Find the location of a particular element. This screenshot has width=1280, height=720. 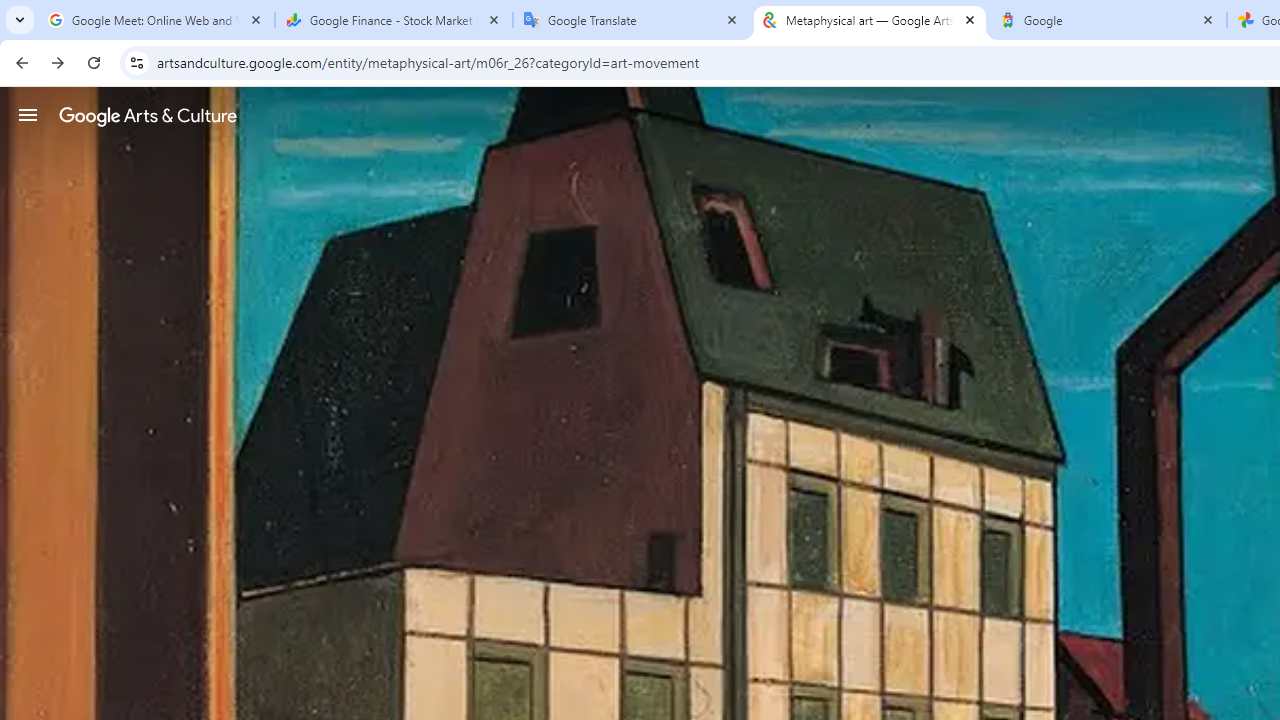

'Forward' is located at coordinates (58, 61).